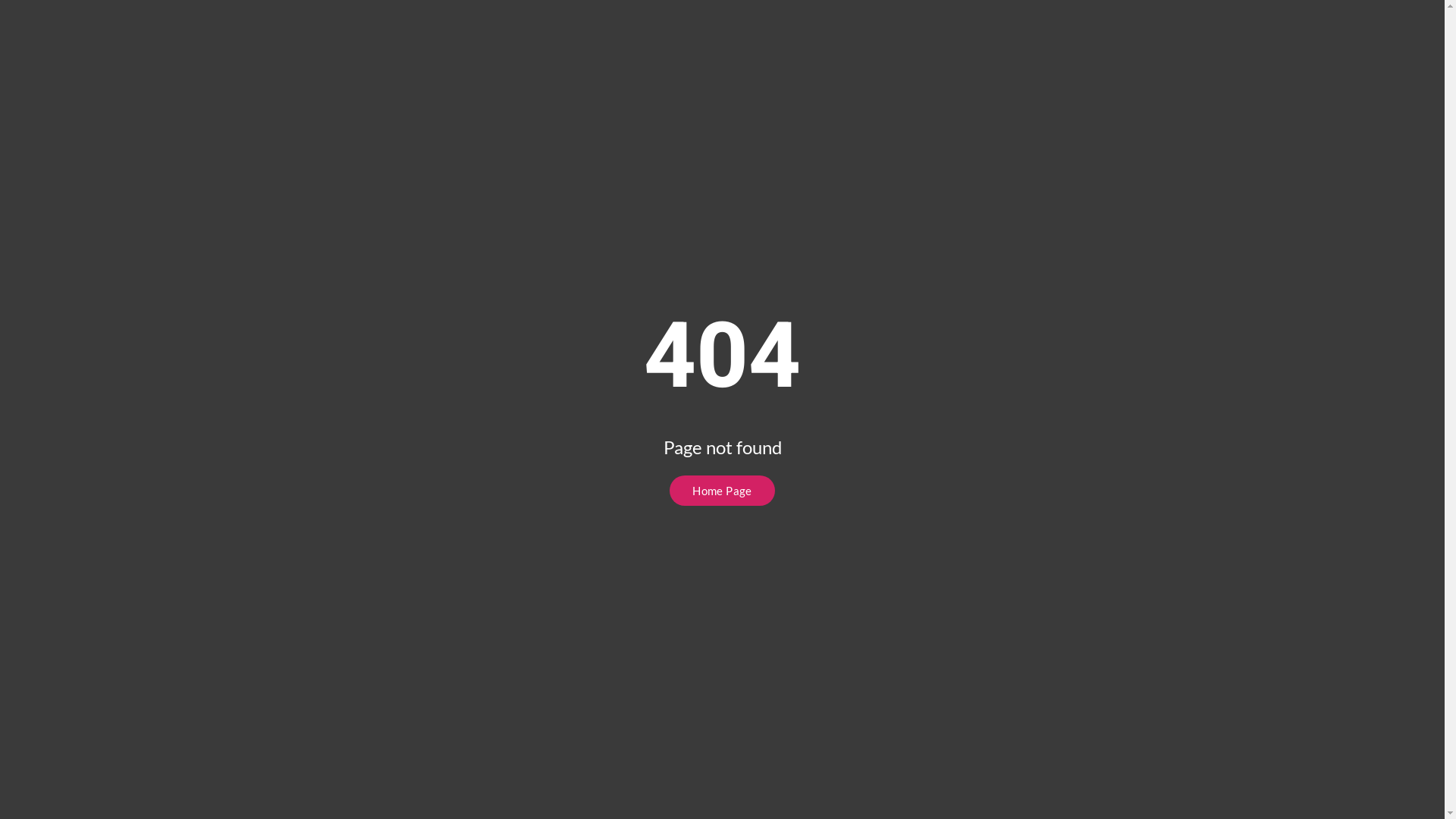 The image size is (1456, 819). What do you see at coordinates (721, 491) in the screenshot?
I see `'Home Page'` at bounding box center [721, 491].